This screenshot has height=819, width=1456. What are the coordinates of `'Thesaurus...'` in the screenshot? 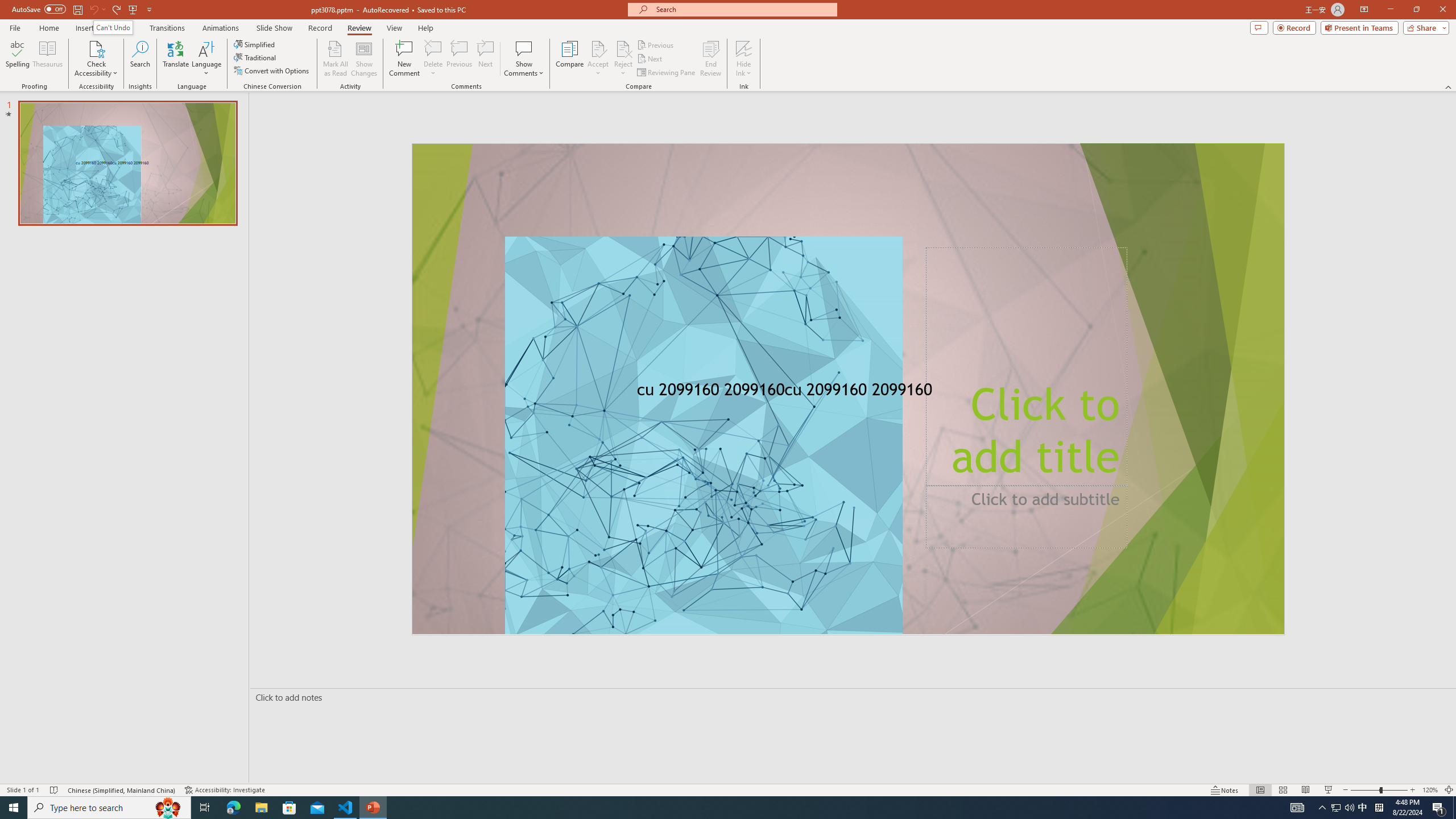 It's located at (47, 59).